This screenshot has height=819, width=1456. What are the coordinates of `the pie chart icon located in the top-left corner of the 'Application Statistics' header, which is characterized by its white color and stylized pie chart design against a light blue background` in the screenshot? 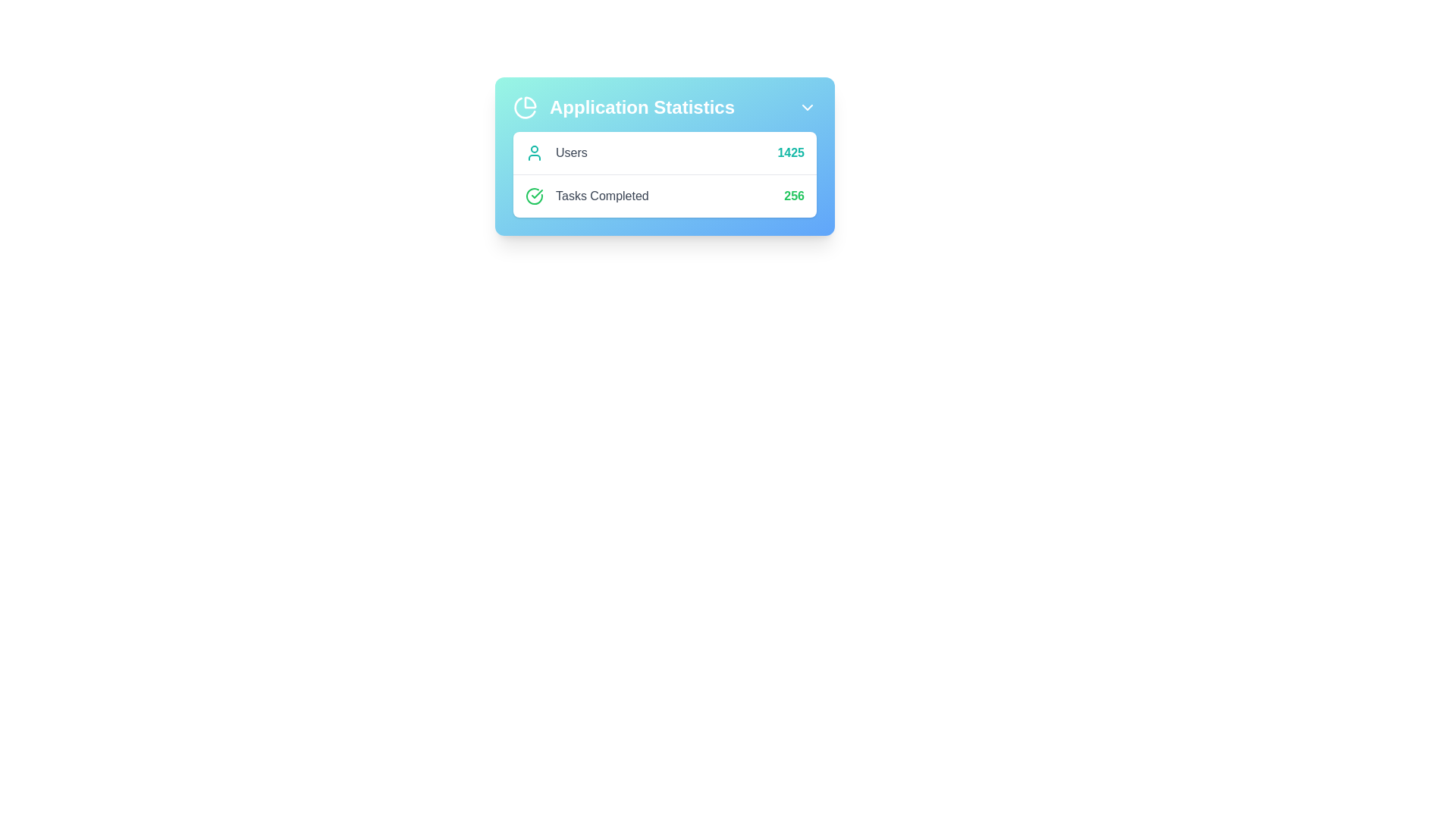 It's located at (525, 107).